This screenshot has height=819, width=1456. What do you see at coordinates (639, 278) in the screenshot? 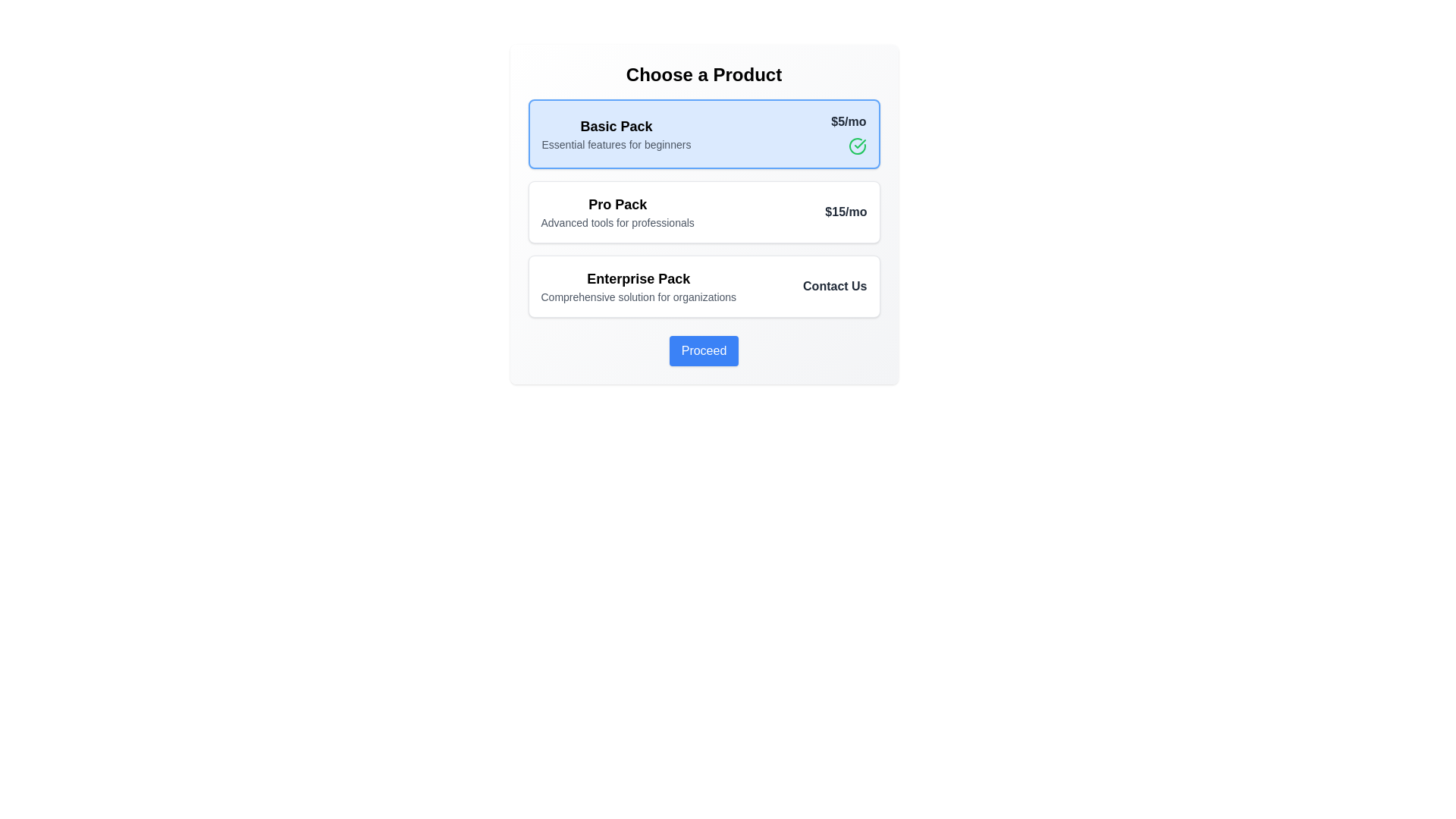
I see `the text label that identifies the 'Enterprise Pack' product option, which is positioned slightly left within its section, between the 'Pro Pack' and 'Proceed' button` at bounding box center [639, 278].